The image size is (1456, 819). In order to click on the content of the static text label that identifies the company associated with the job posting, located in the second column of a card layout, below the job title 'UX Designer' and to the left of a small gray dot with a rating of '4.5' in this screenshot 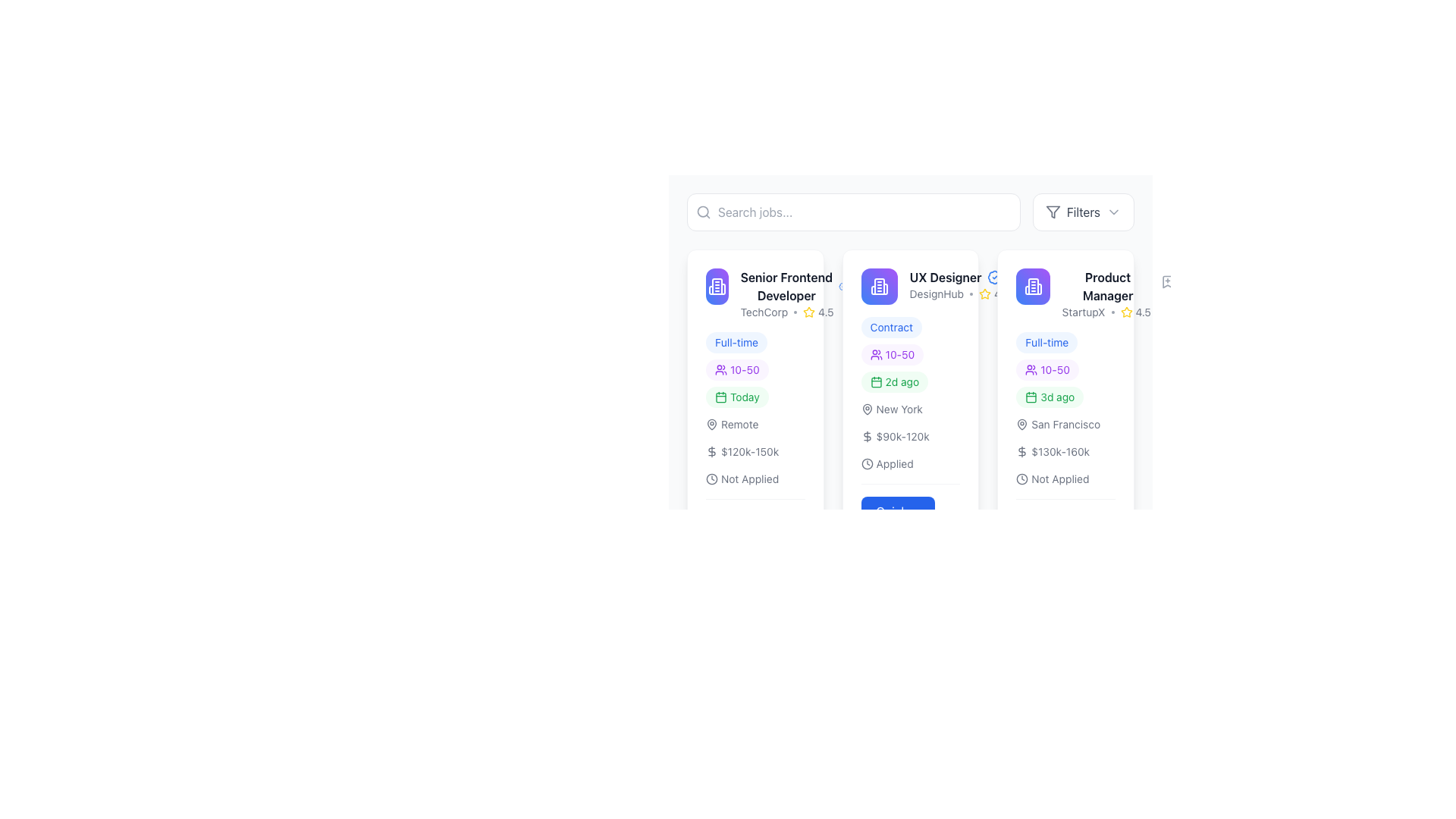, I will do `click(936, 294)`.